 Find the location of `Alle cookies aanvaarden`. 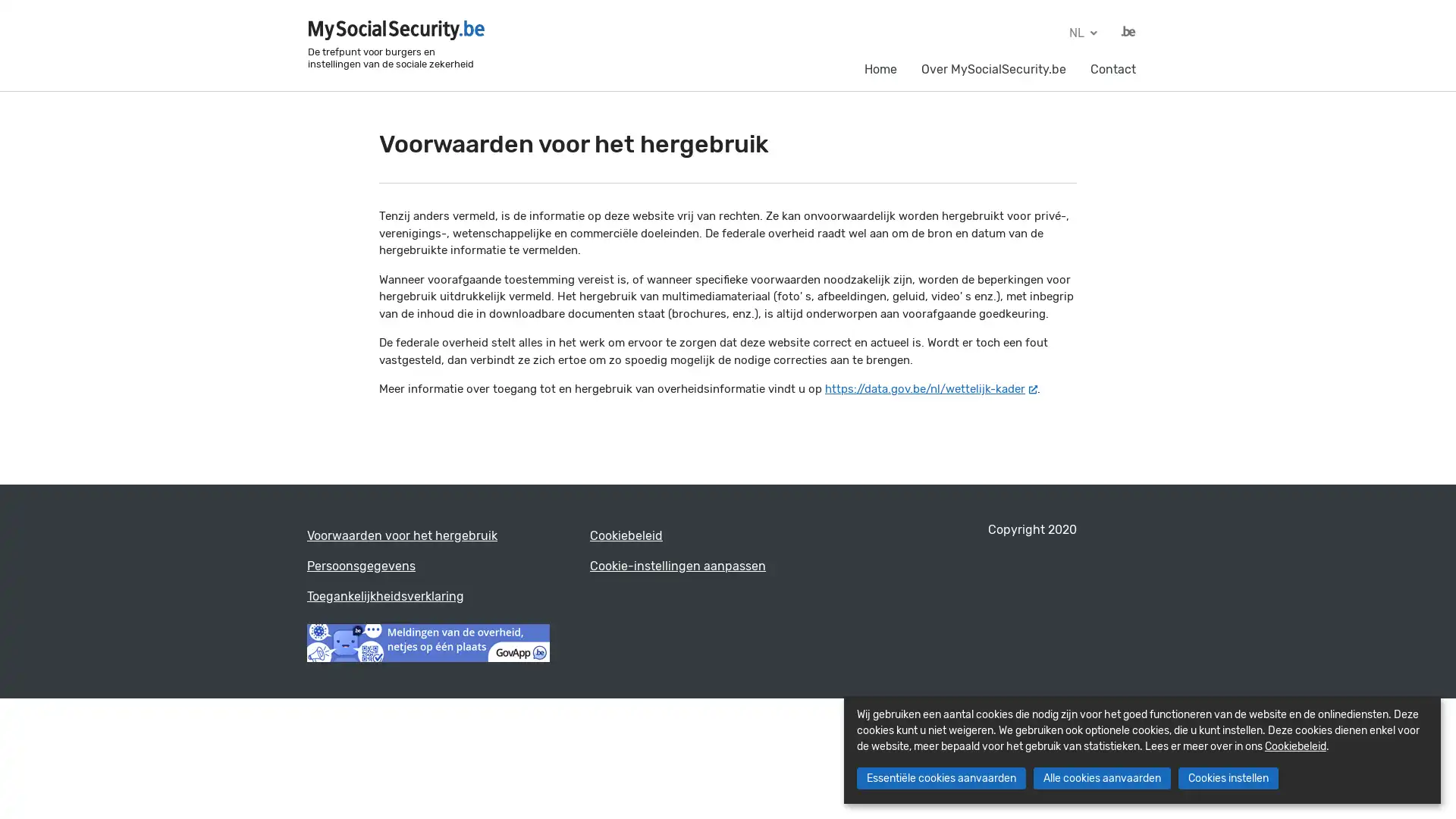

Alle cookies aanvaarden is located at coordinates (1101, 778).